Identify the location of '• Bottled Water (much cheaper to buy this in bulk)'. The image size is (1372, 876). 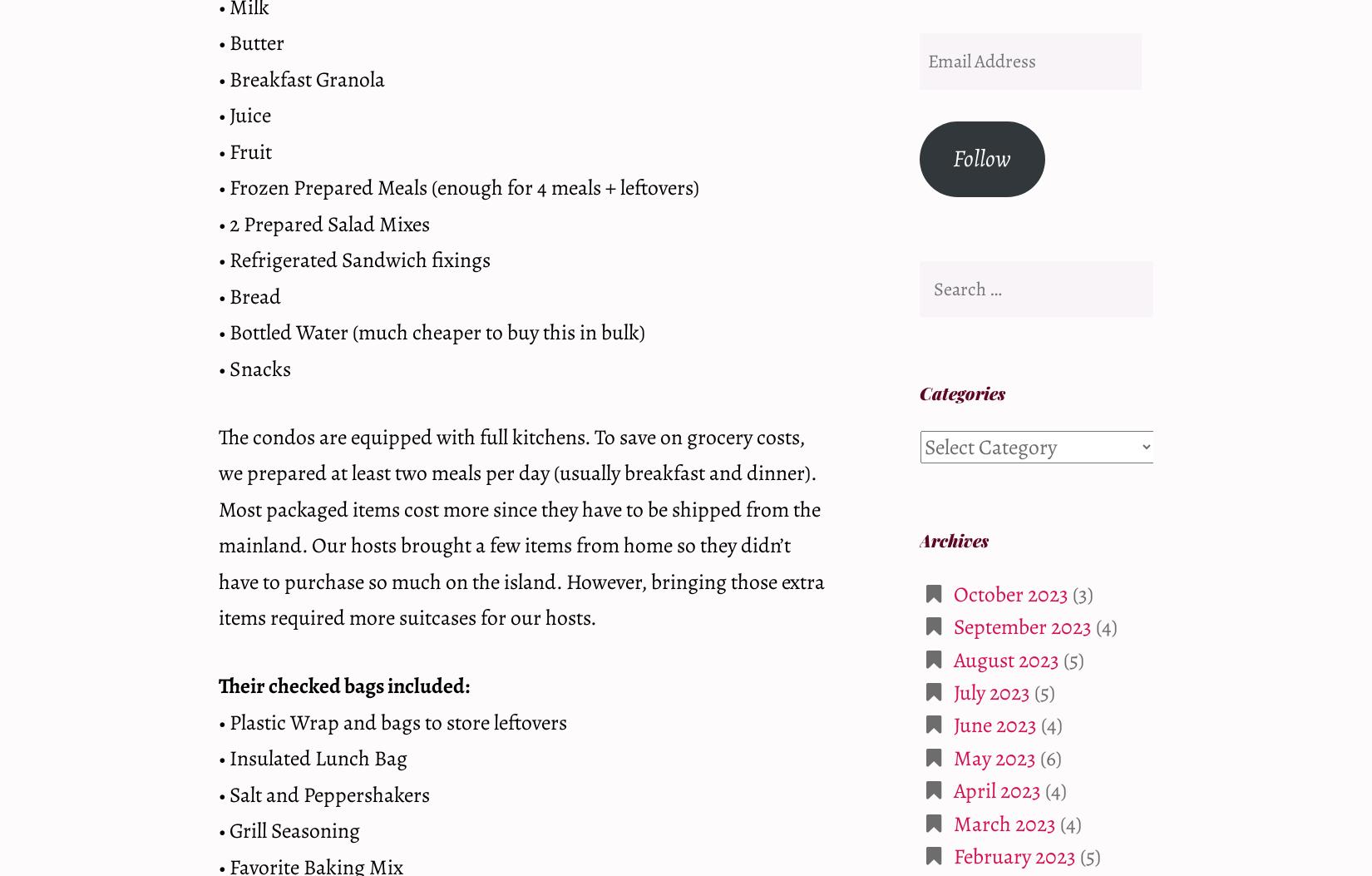
(431, 332).